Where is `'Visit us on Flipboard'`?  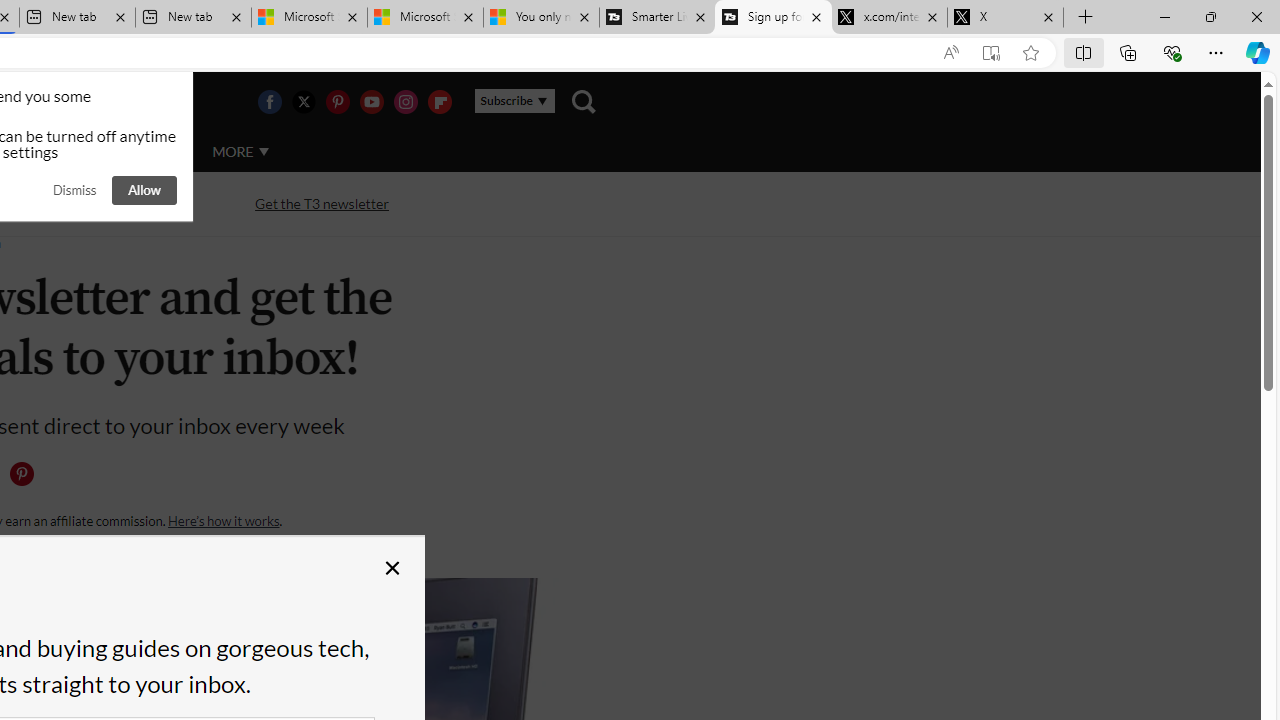 'Visit us on Flipboard' is located at coordinates (438, 101).